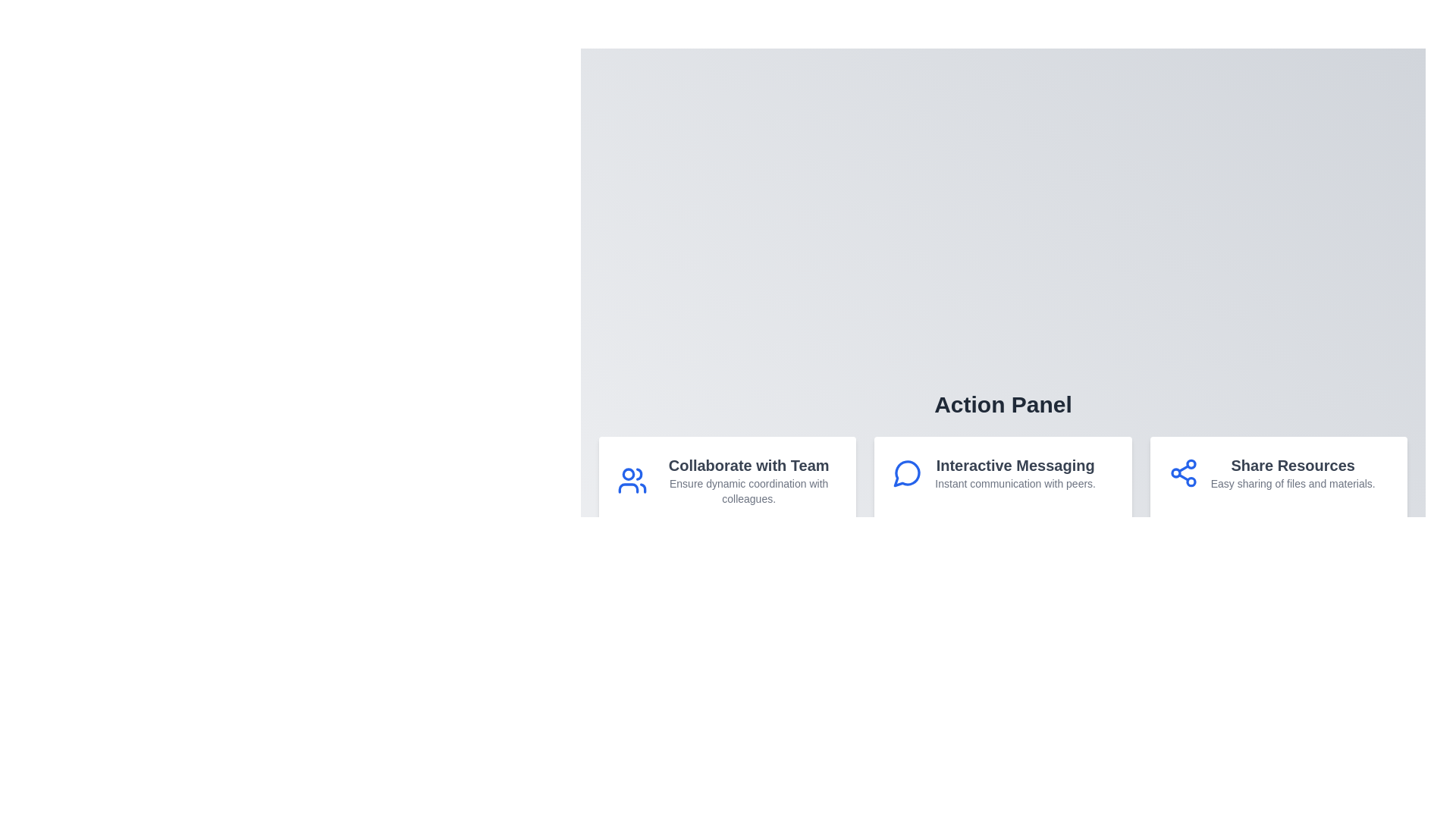 The image size is (1456, 819). Describe the element at coordinates (748, 491) in the screenshot. I see `the descriptive text element located beneath the title 'Collaborate with Team' in the leftmost card of the 'Action Panel' section` at that location.